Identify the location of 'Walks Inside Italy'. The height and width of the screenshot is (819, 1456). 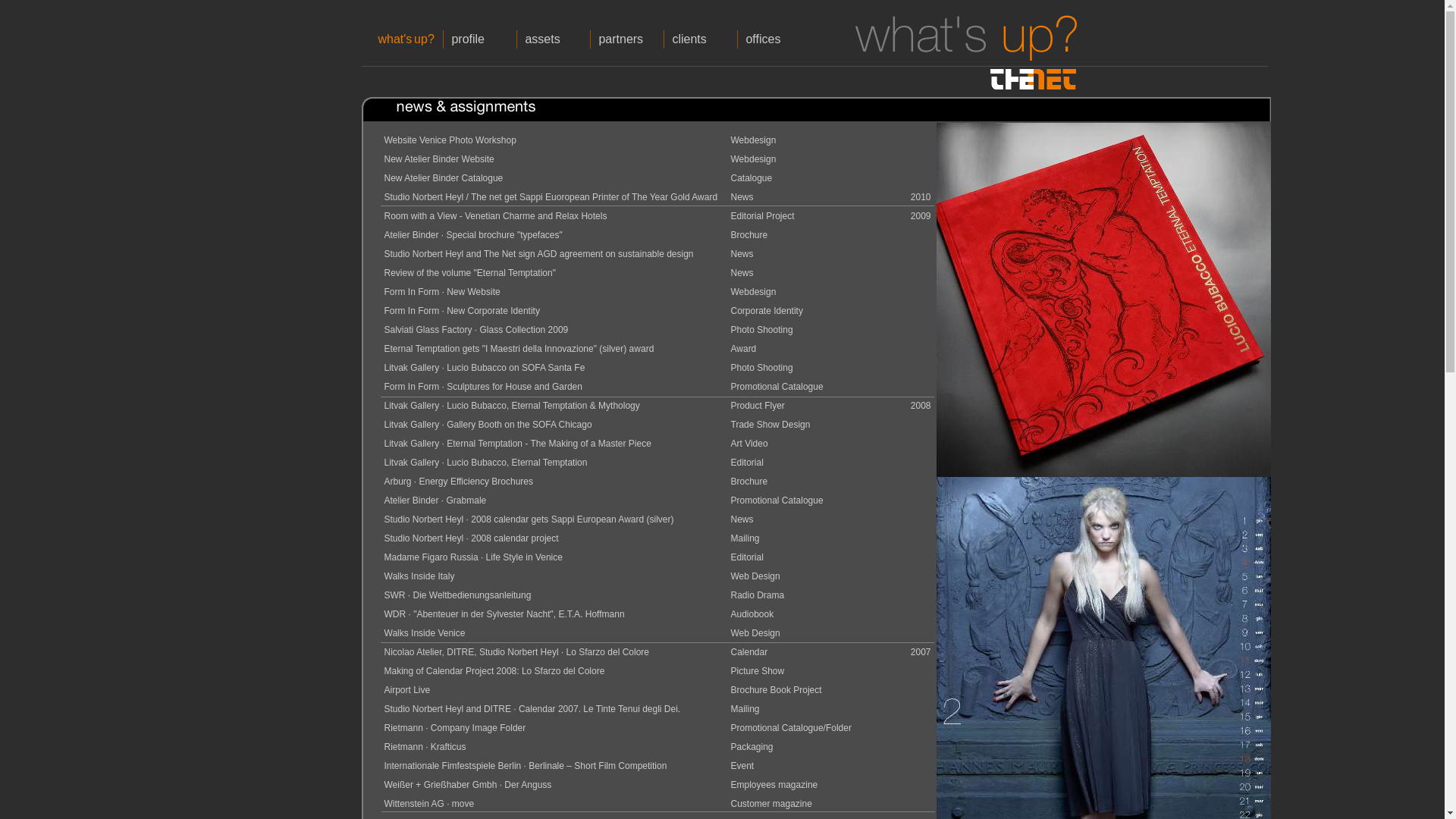
(419, 576).